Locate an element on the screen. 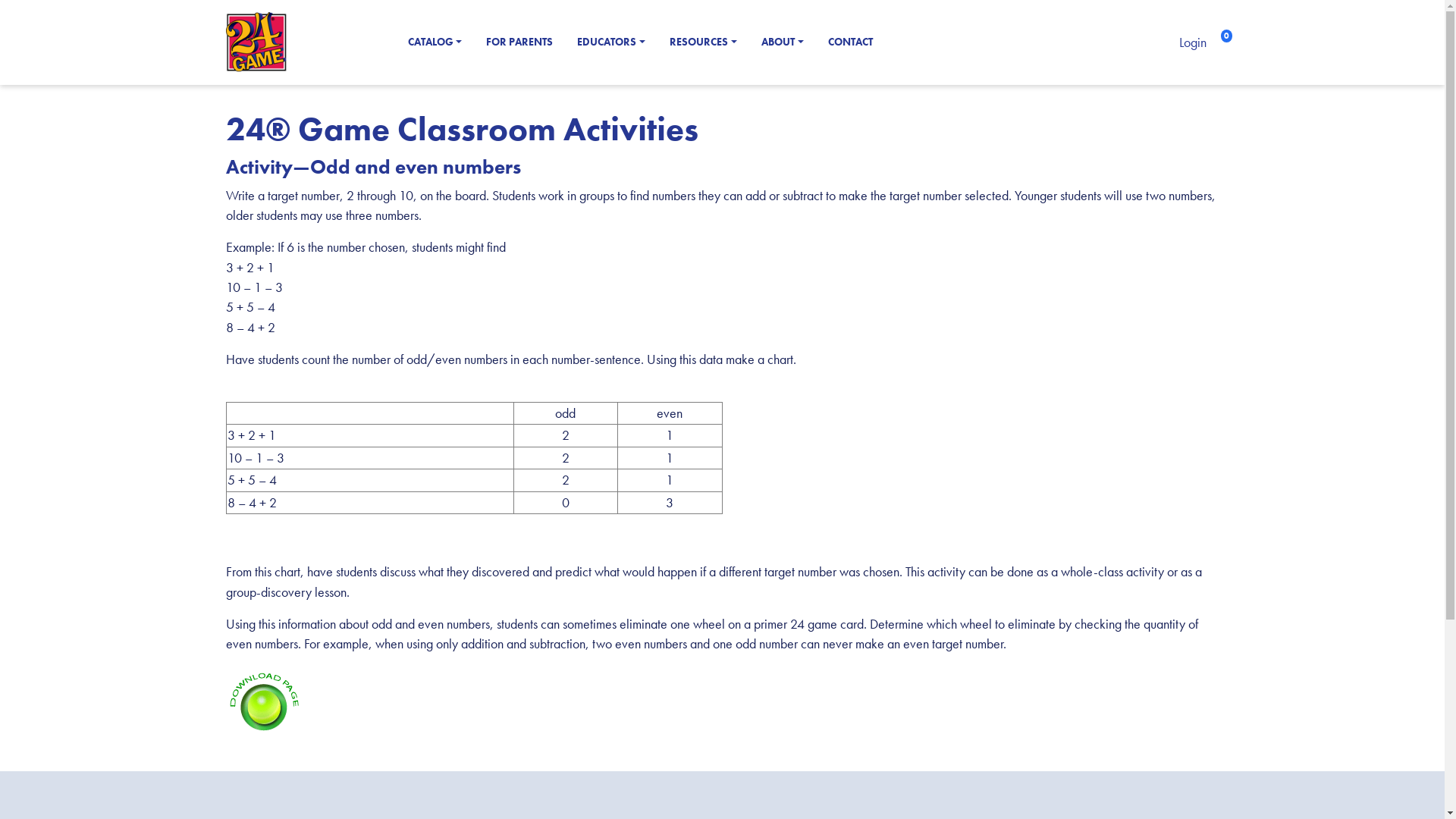 The width and height of the screenshot is (1456, 819). 'RESOURCES' is located at coordinates (657, 42).